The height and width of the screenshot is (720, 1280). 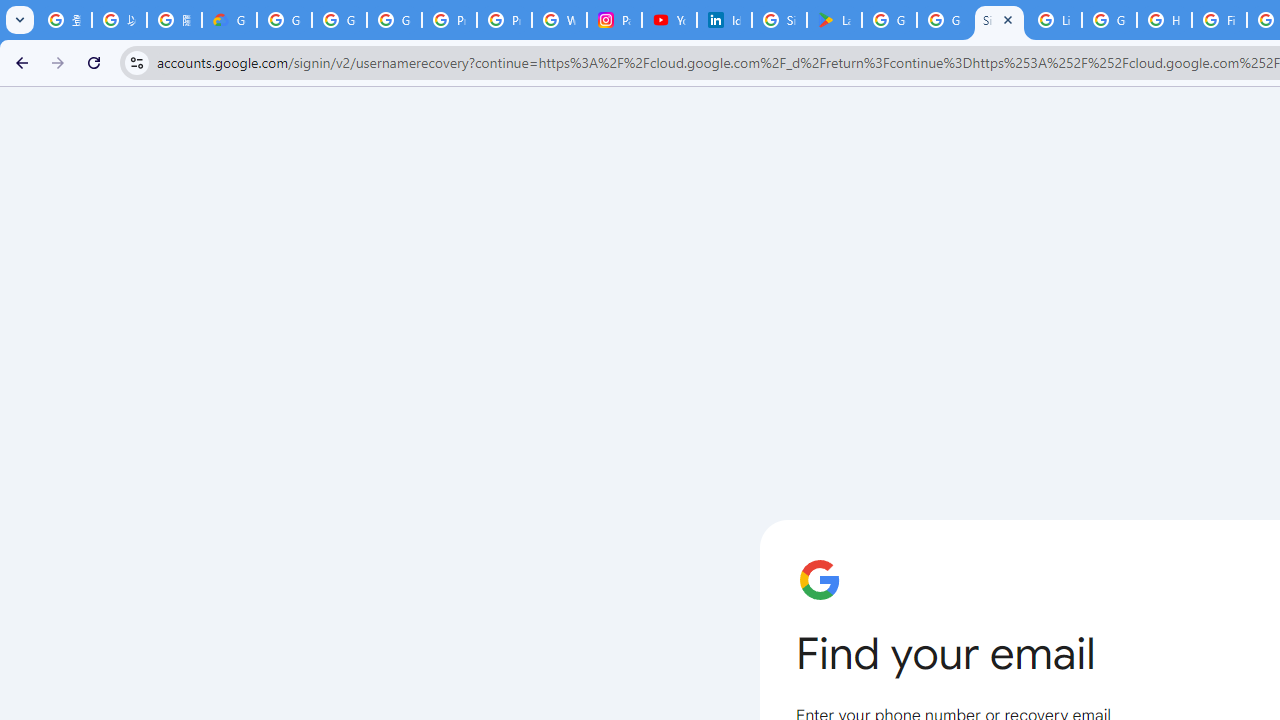 What do you see at coordinates (504, 20) in the screenshot?
I see `'Privacy Help Center - Policies Help'` at bounding box center [504, 20].